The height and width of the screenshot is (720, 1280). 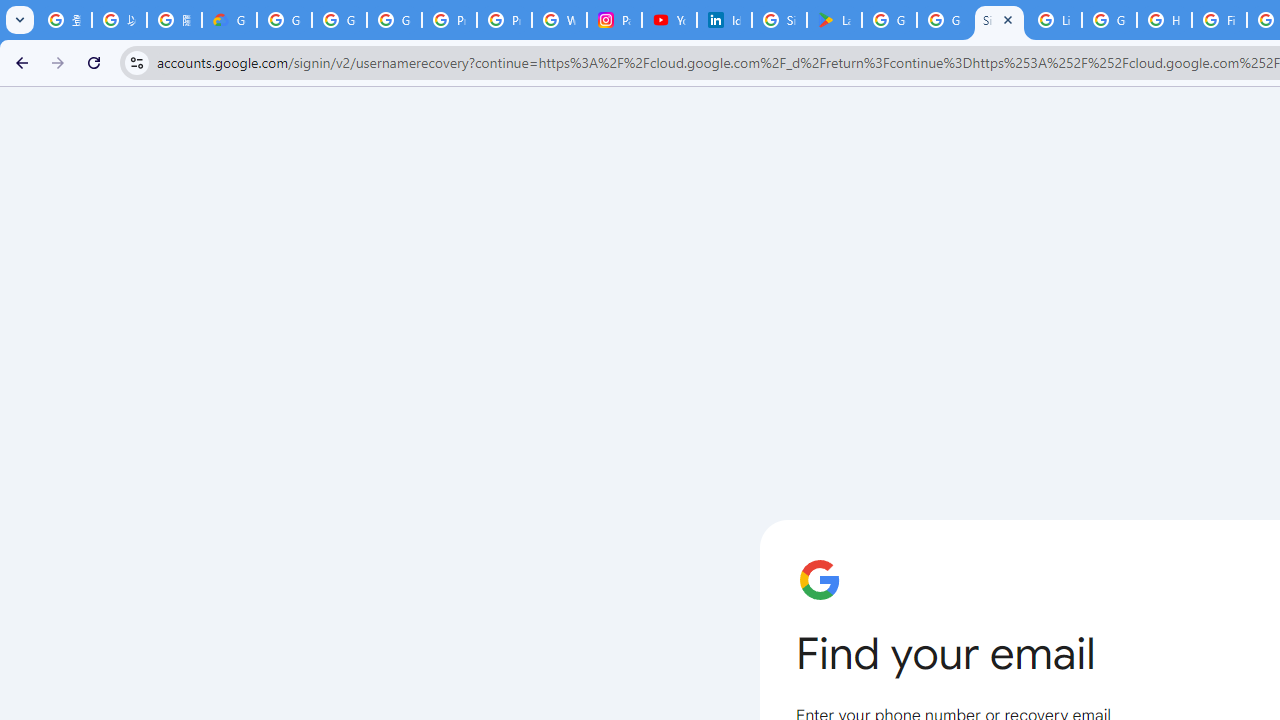 What do you see at coordinates (504, 20) in the screenshot?
I see `'Privacy Help Center - Policies Help'` at bounding box center [504, 20].